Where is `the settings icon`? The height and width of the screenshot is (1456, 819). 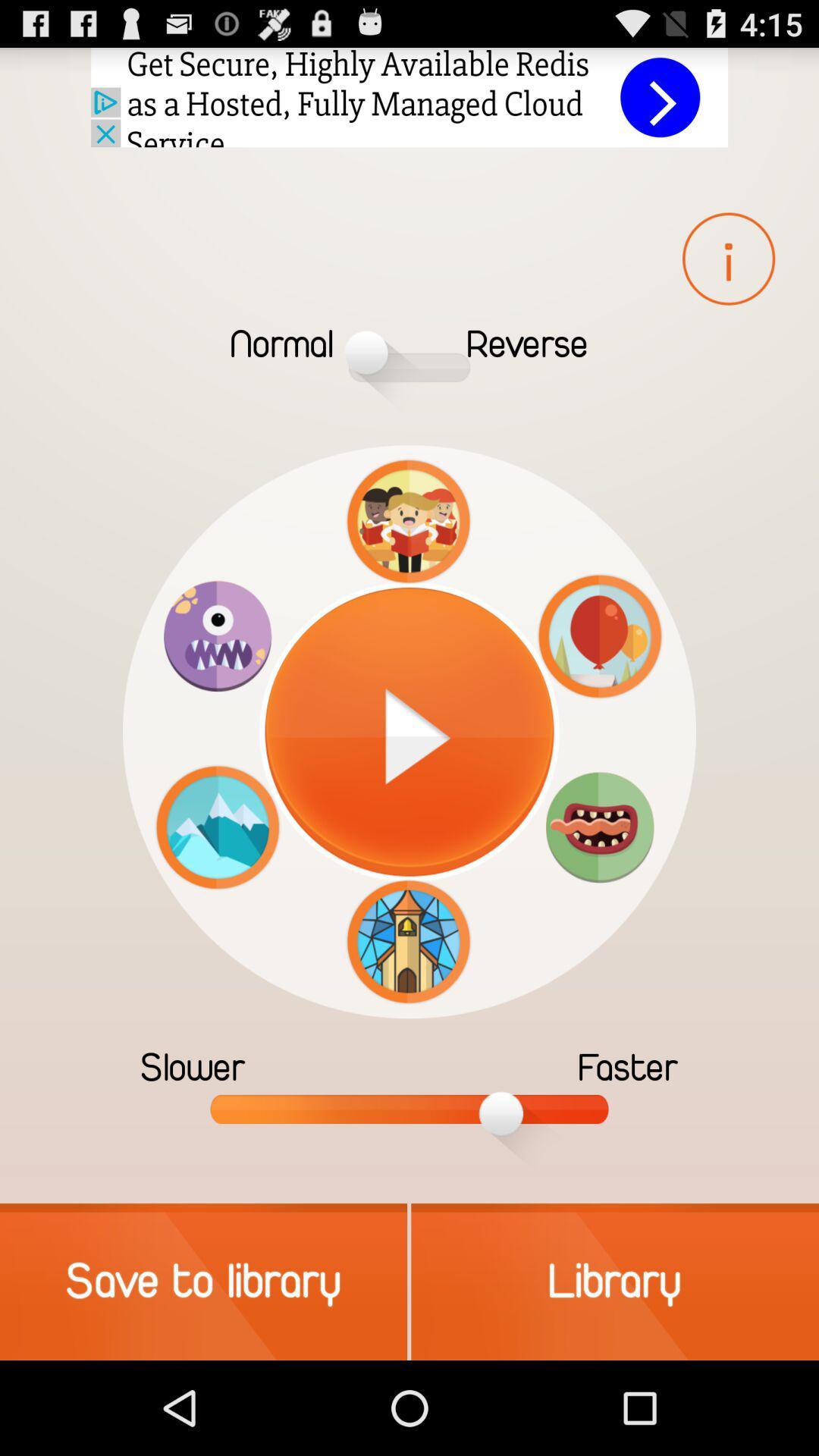 the settings icon is located at coordinates (599, 885).